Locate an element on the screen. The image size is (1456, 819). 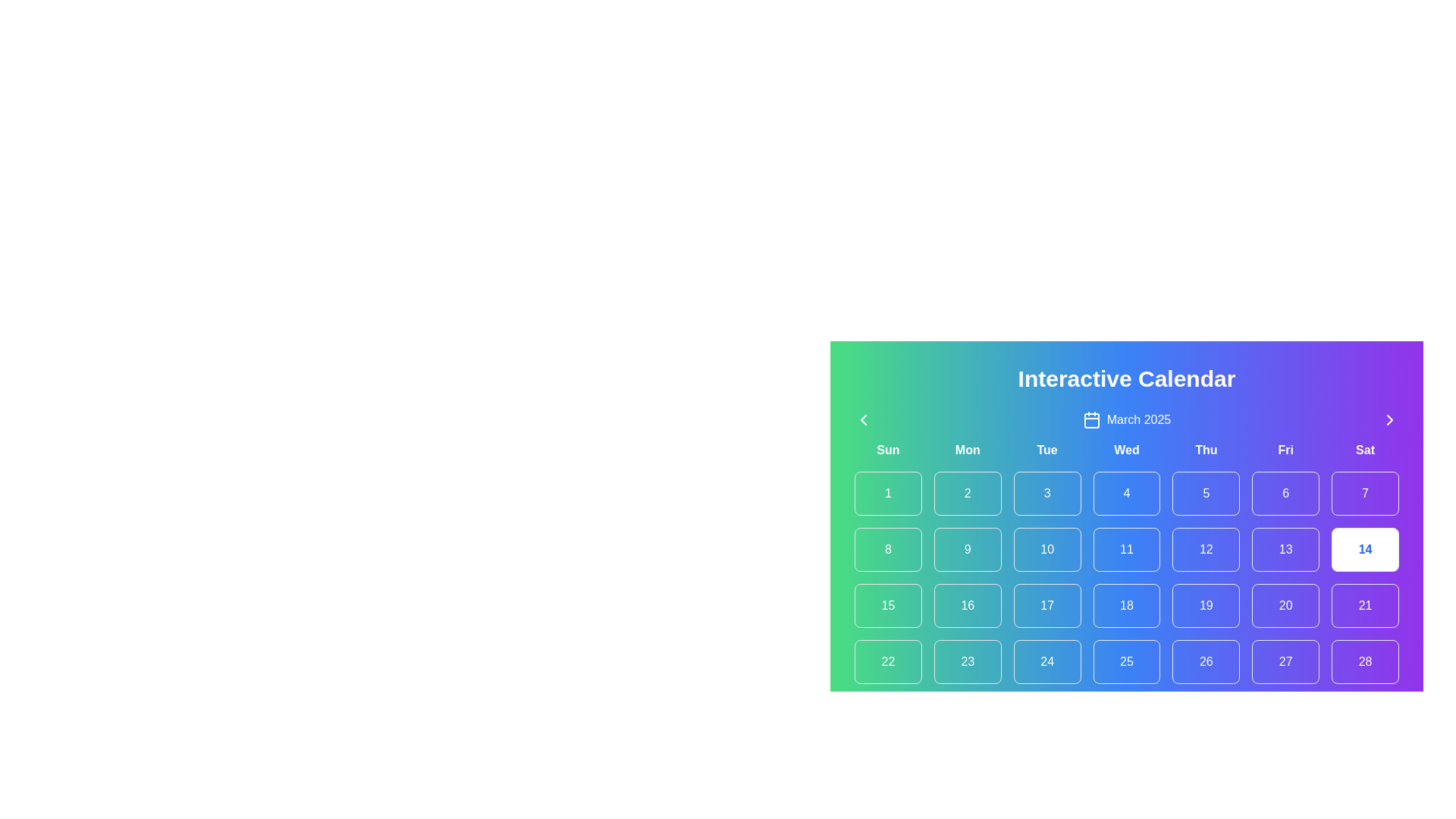
the Calendar Day Button displaying the number '6' to trigger the hover effect is located at coordinates (1285, 494).